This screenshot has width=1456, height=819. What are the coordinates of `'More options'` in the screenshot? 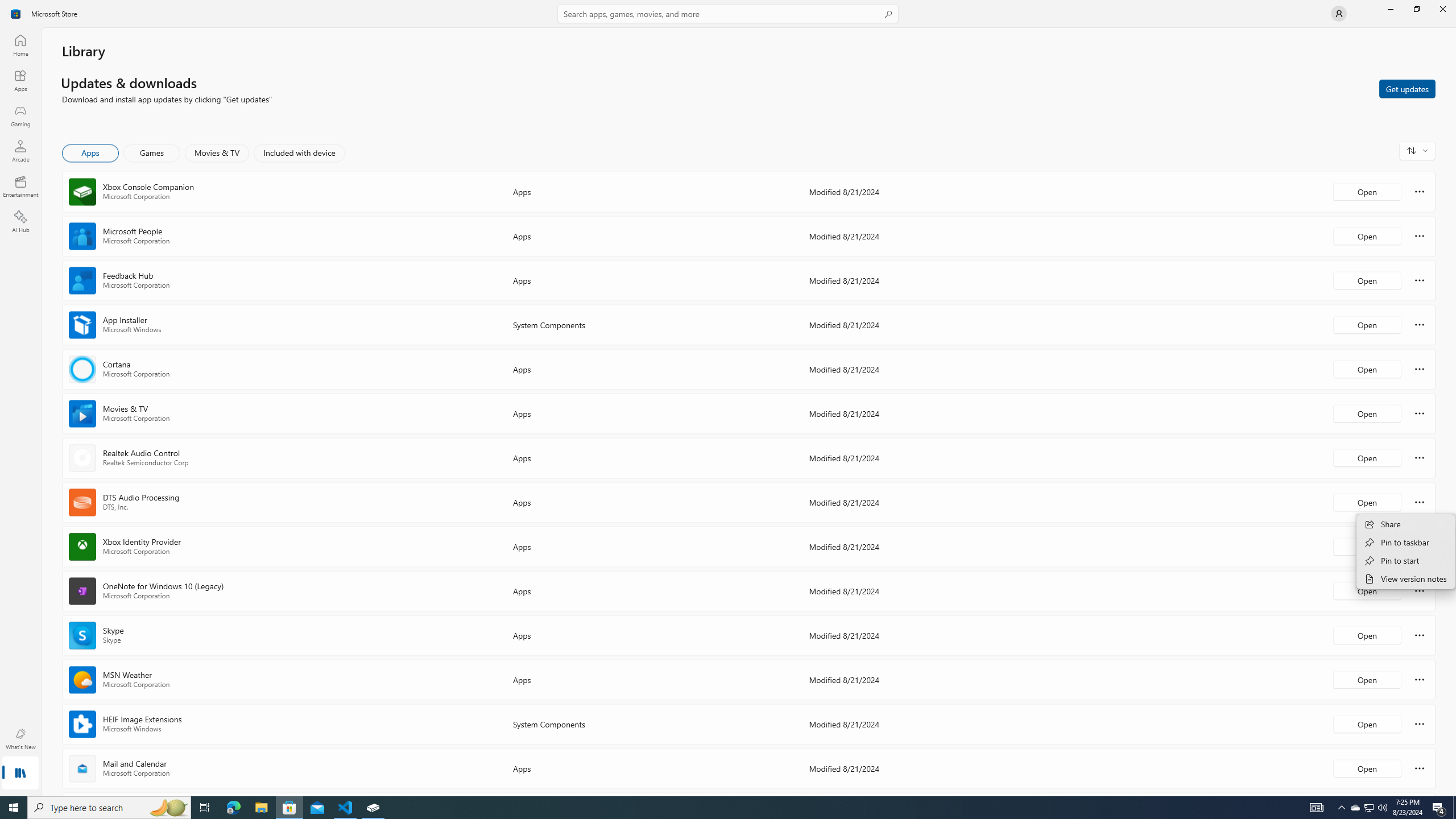 It's located at (1419, 767).